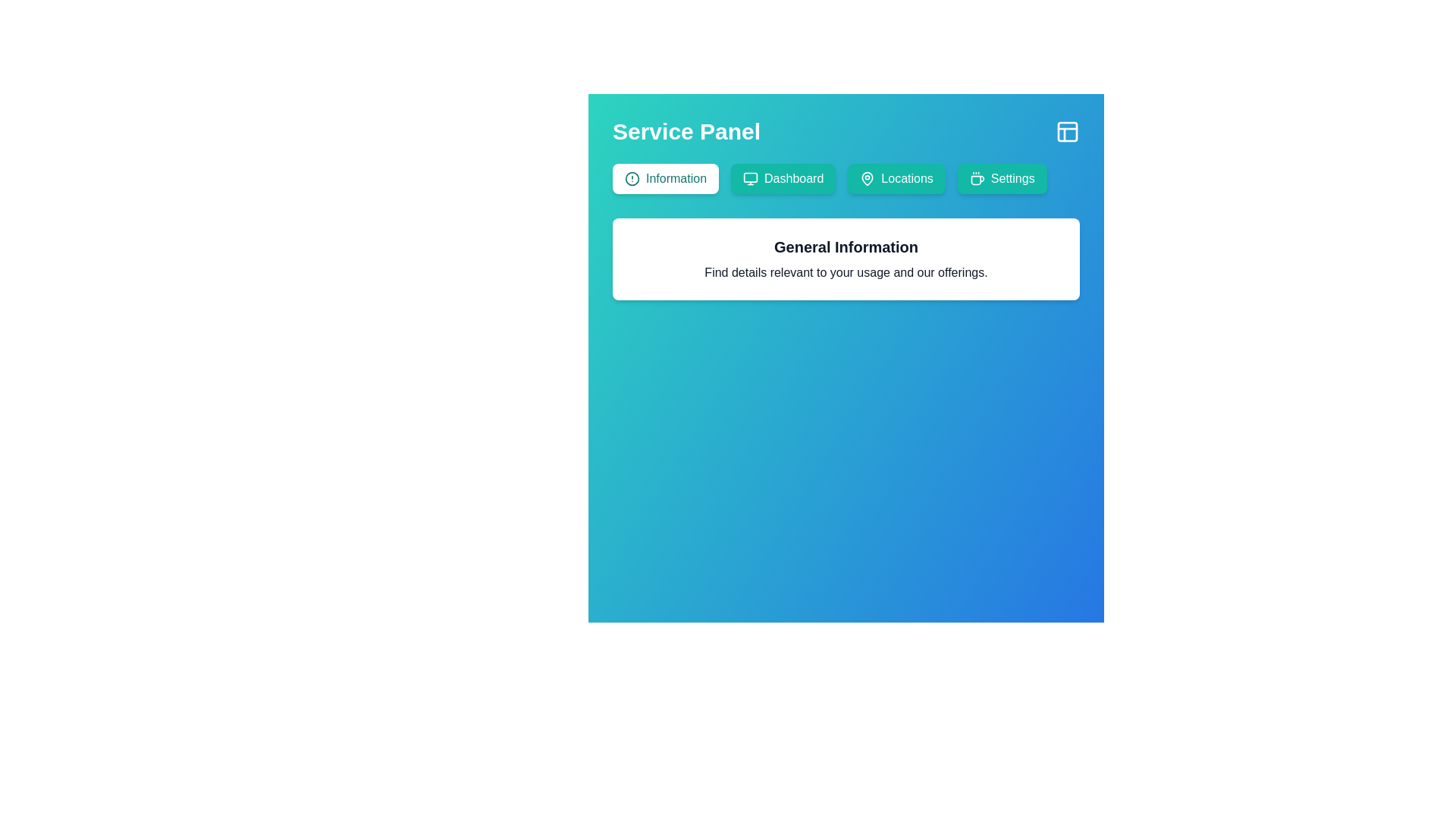 This screenshot has height=819, width=1456. I want to click on the button in the horizontal navigation bar located below the 'Service Panel' header, so click(846, 177).